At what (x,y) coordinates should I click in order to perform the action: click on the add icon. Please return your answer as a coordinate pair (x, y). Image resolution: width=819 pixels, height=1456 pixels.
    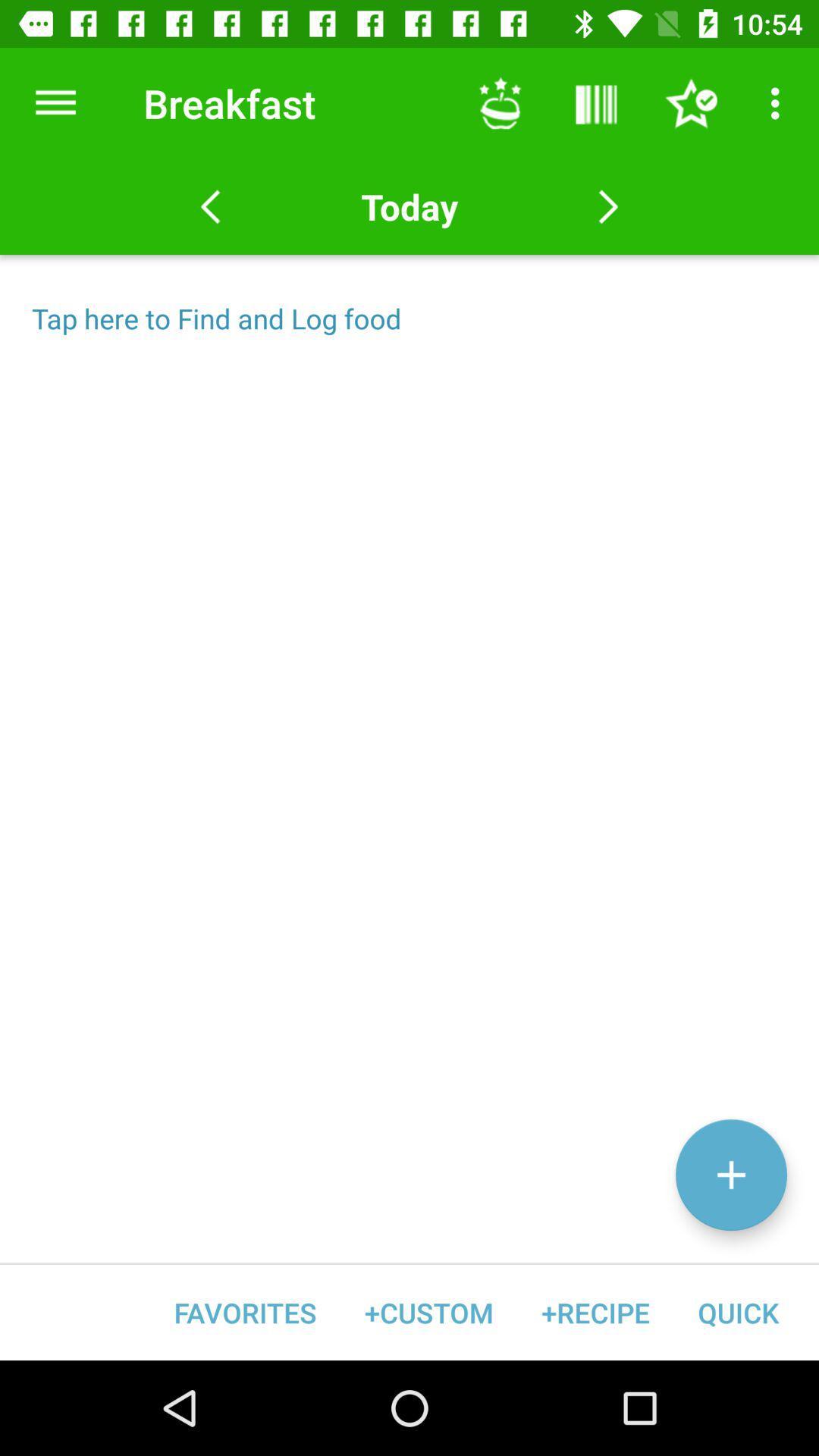
    Looking at the image, I should click on (730, 1174).